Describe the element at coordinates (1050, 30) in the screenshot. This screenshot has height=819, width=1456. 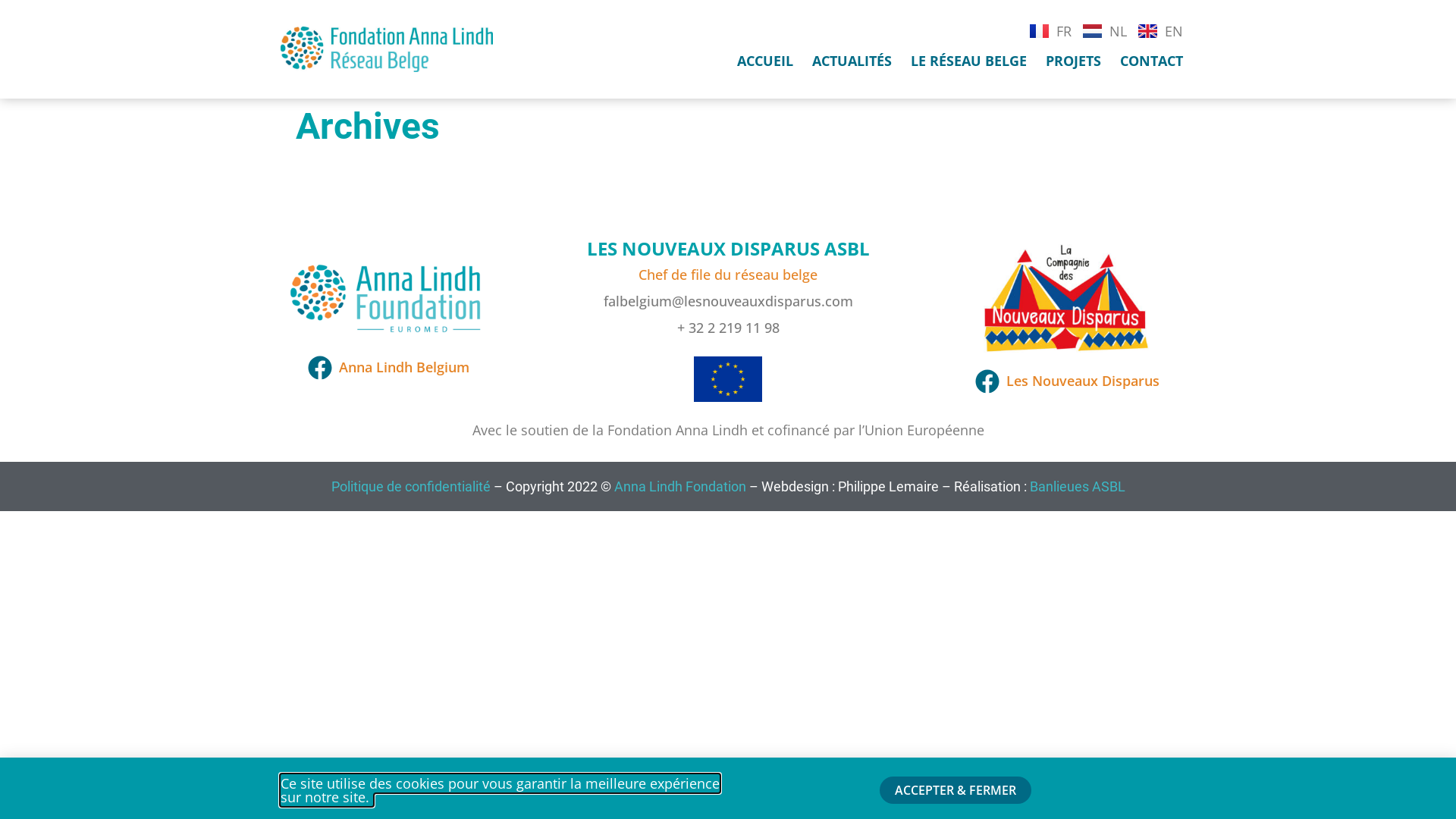
I see `'FR'` at that location.